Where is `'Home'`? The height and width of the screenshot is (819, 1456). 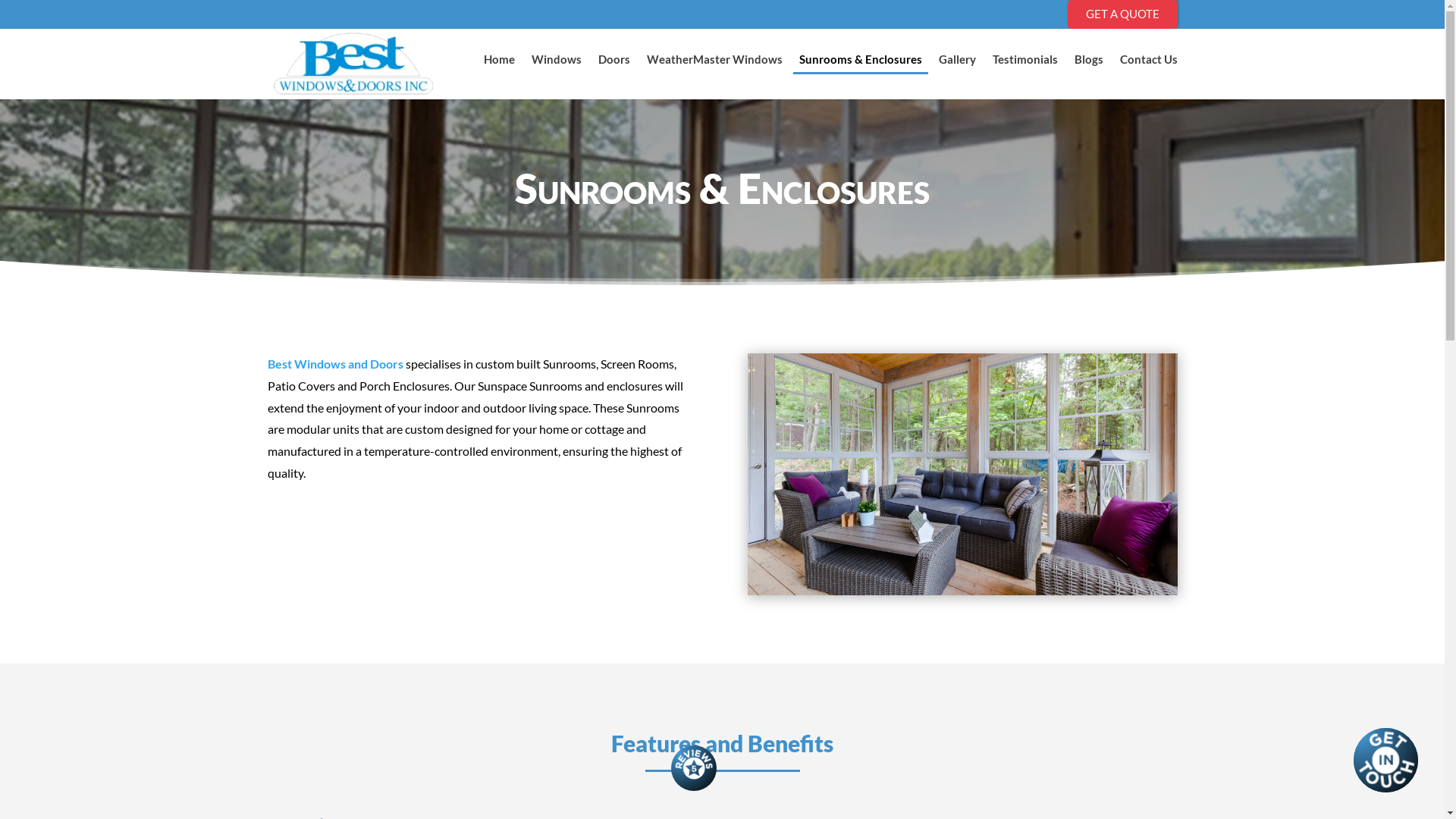 'Home' is located at coordinates (483, 71).